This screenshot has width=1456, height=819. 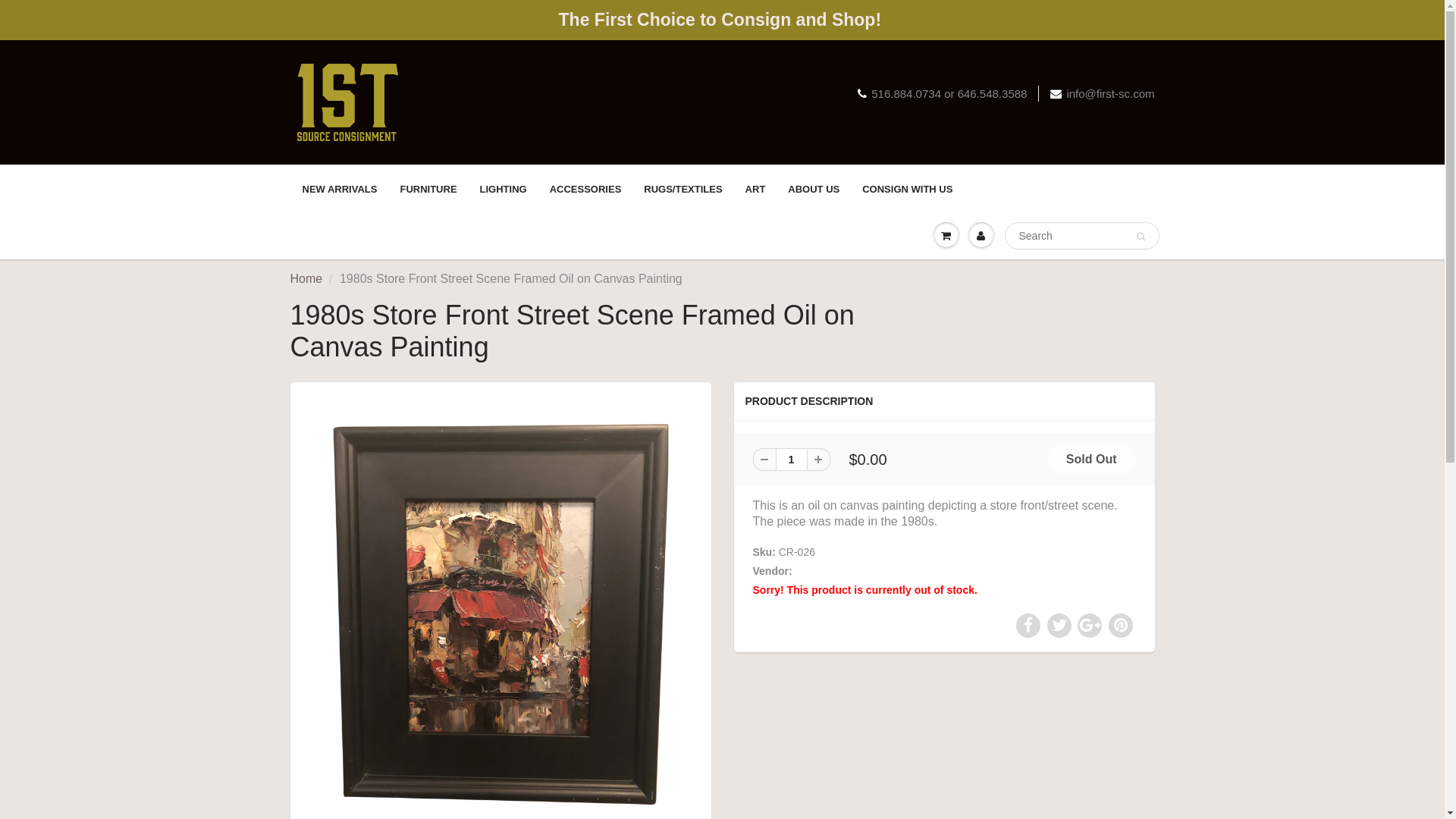 I want to click on 'Home', so click(x=305, y=278).